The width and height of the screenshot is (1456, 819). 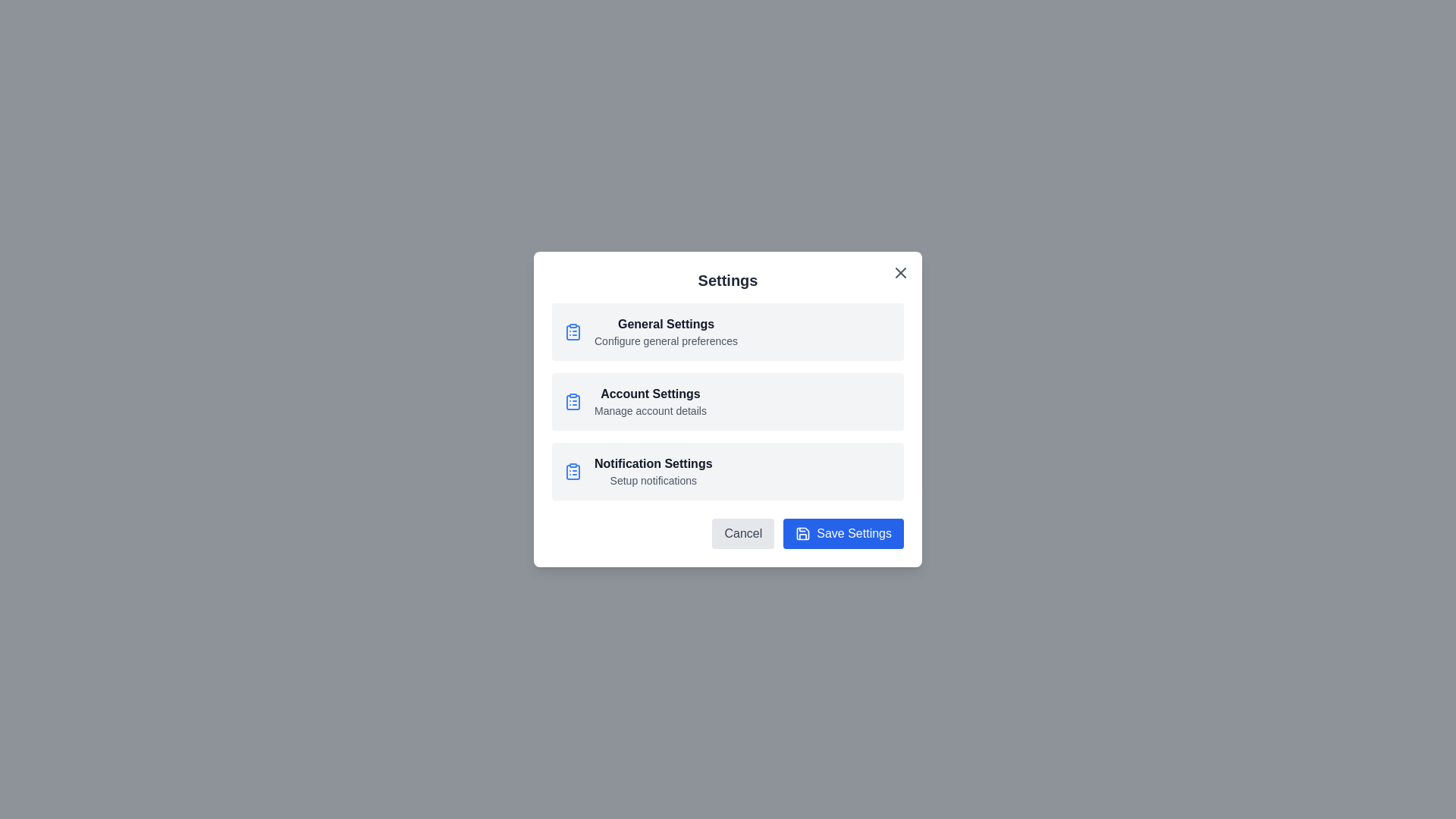 What do you see at coordinates (653, 463) in the screenshot?
I see `the 'Notification Settings' title text label, which is positioned between 'Account Settings' and the descriptive text 'Setup notifications' in the settings modal` at bounding box center [653, 463].